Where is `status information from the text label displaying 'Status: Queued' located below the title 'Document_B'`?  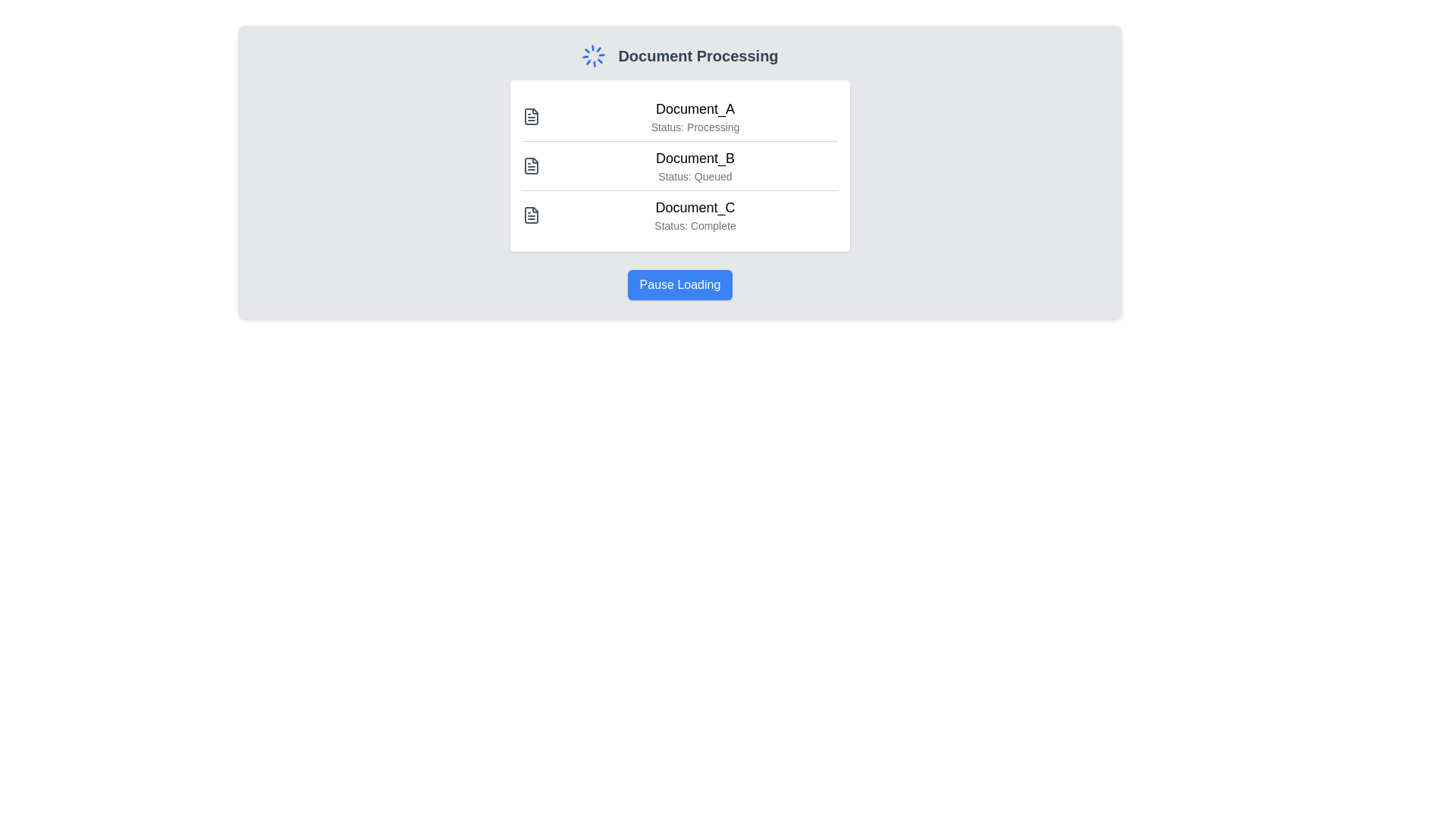
status information from the text label displaying 'Status: Queued' located below the title 'Document_B' is located at coordinates (694, 175).